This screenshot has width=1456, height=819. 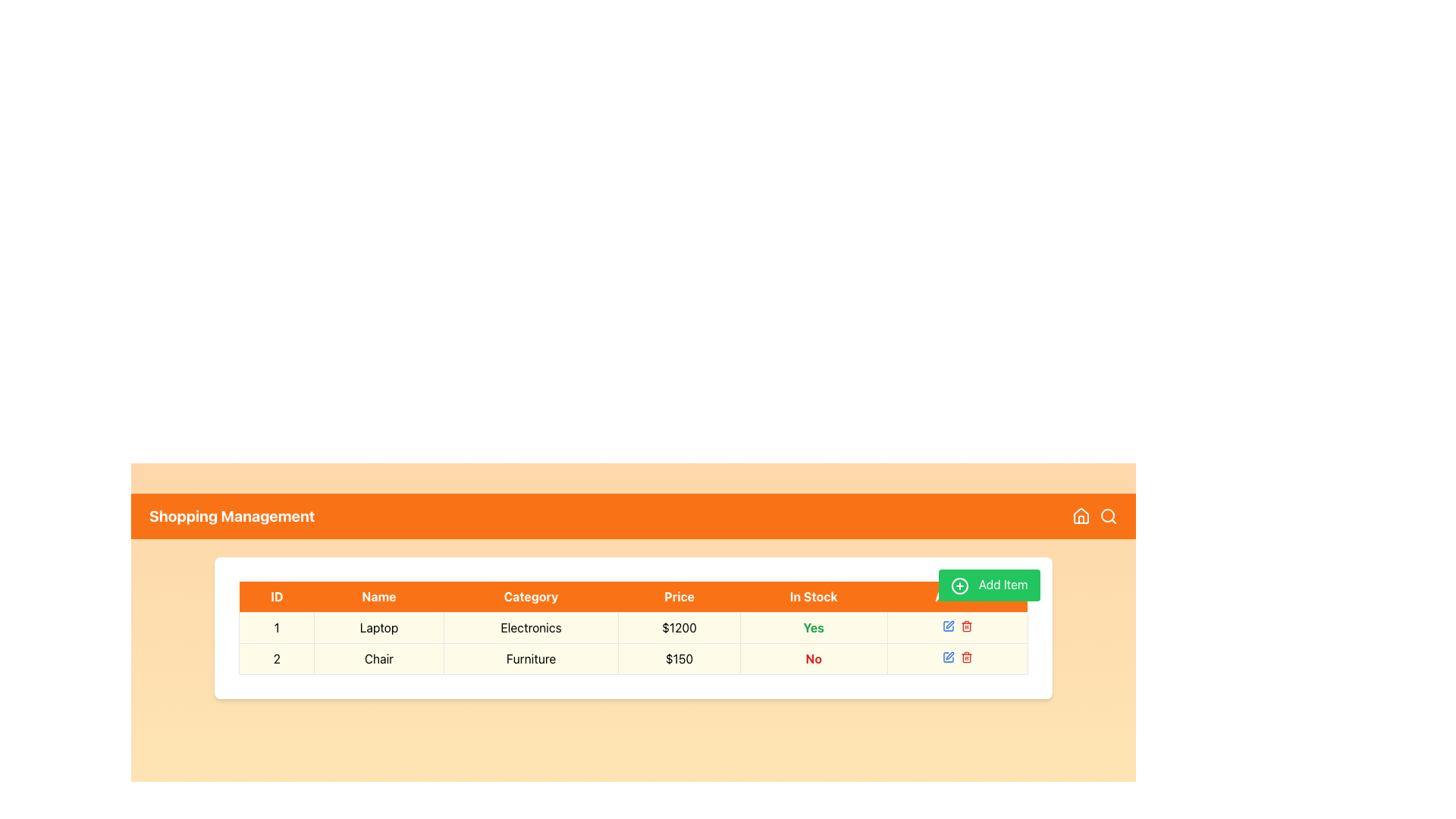 What do you see at coordinates (679, 657) in the screenshot?
I see `the text component displaying the price '$150' in black font, located in the fourth column of the second row of the table` at bounding box center [679, 657].